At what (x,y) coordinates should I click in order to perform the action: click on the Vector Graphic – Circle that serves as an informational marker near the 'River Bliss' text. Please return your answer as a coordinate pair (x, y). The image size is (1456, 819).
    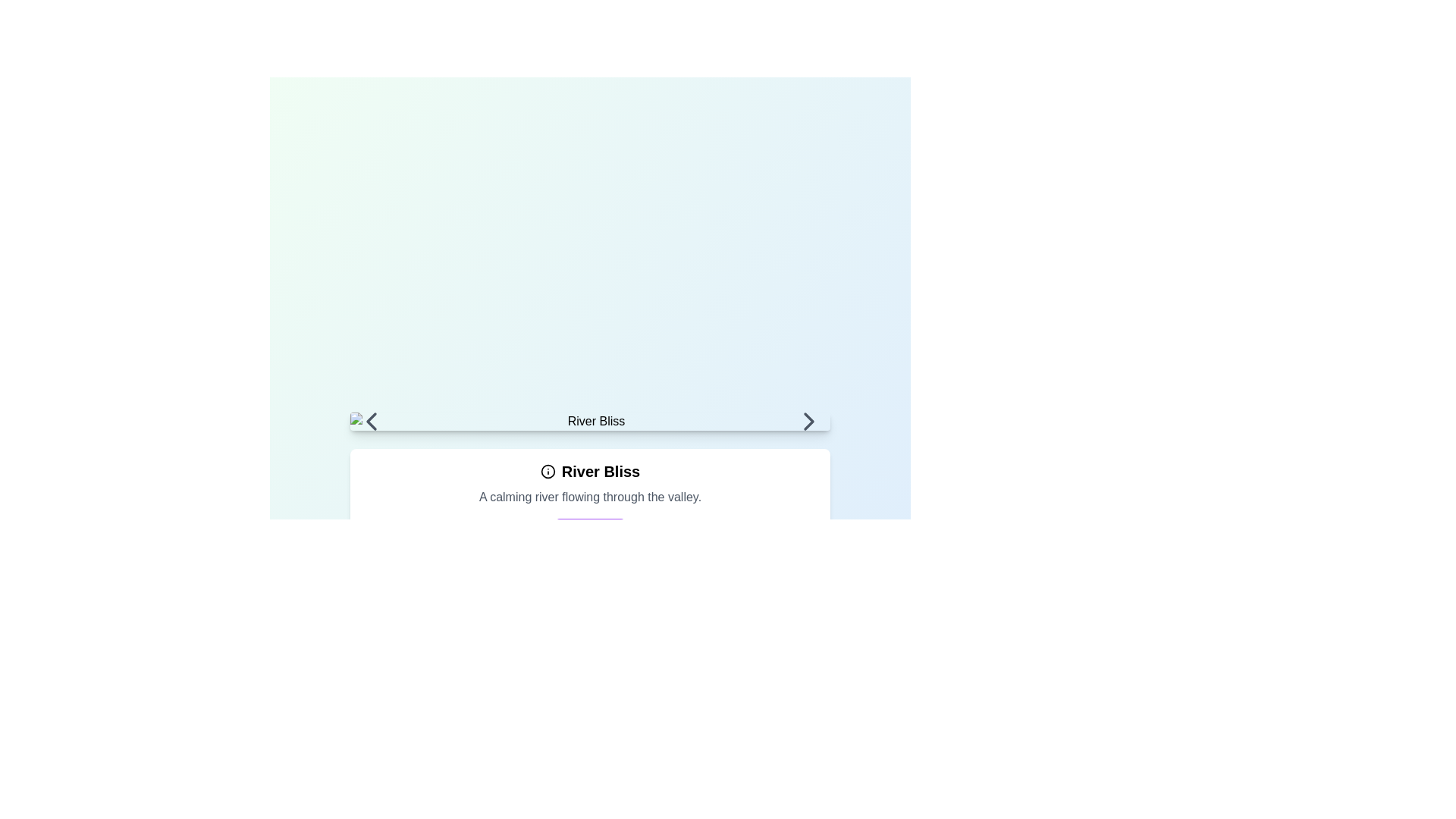
    Looking at the image, I should click on (547, 470).